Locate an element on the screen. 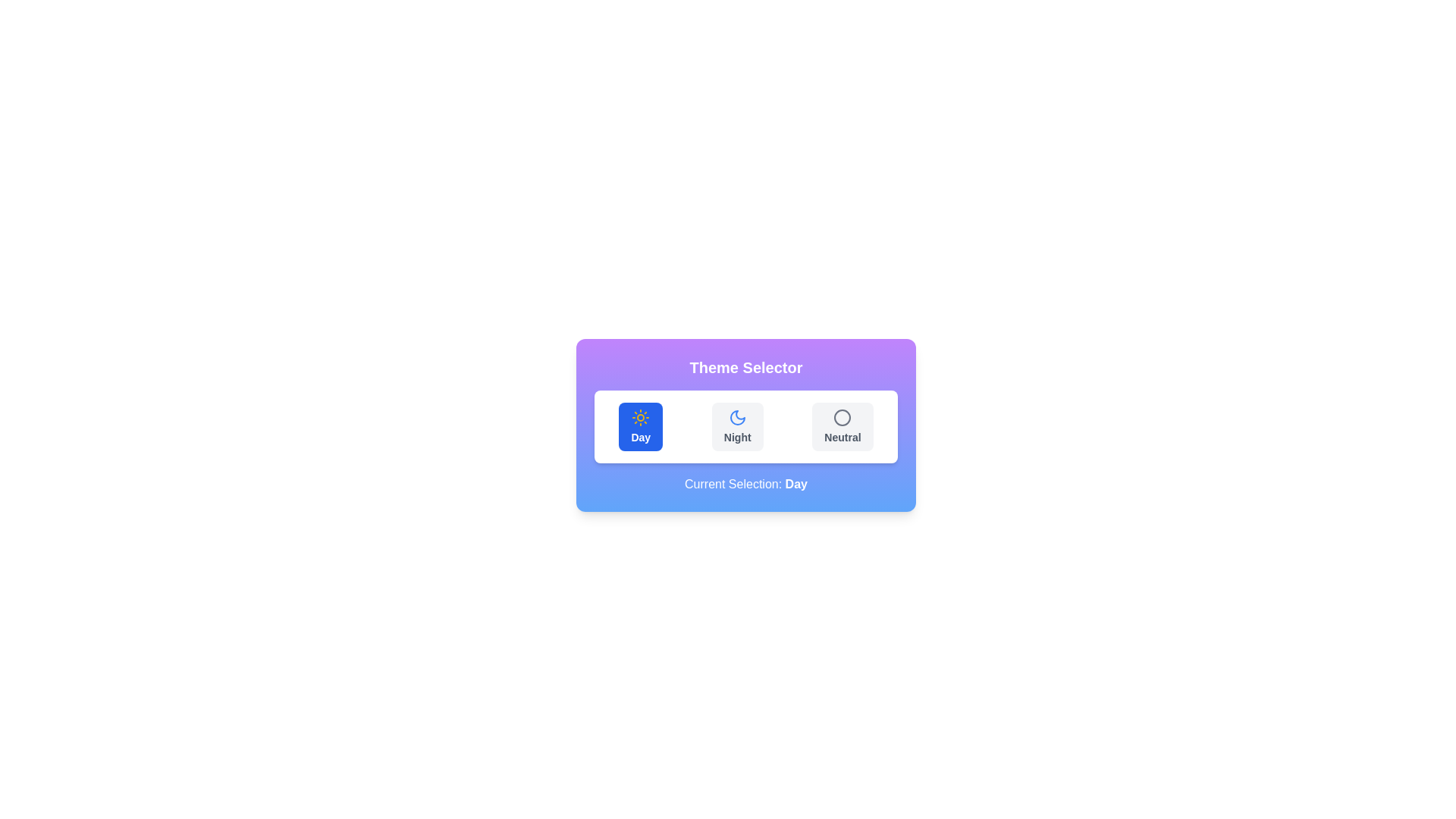  the text label displaying the word 'Night', which is styled with a bold sans-serif font and is located in the middle button of the theme selector UI, below a moon icon is located at coordinates (737, 438).